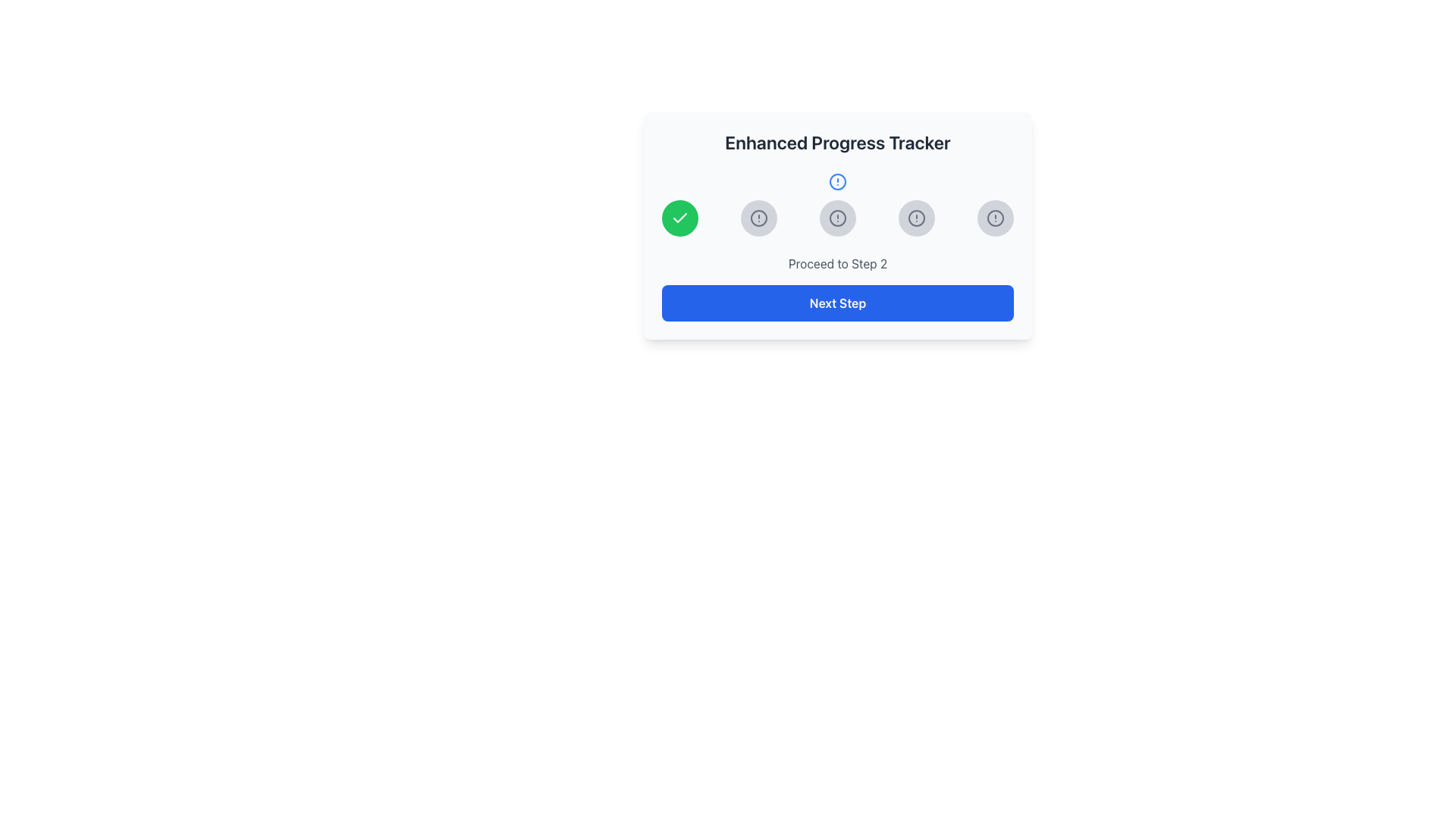 The height and width of the screenshot is (819, 1456). What do you see at coordinates (836, 180) in the screenshot?
I see `the status of the second circular progress indicator icon located below the 'Enhanced Progress Tracker' header` at bounding box center [836, 180].